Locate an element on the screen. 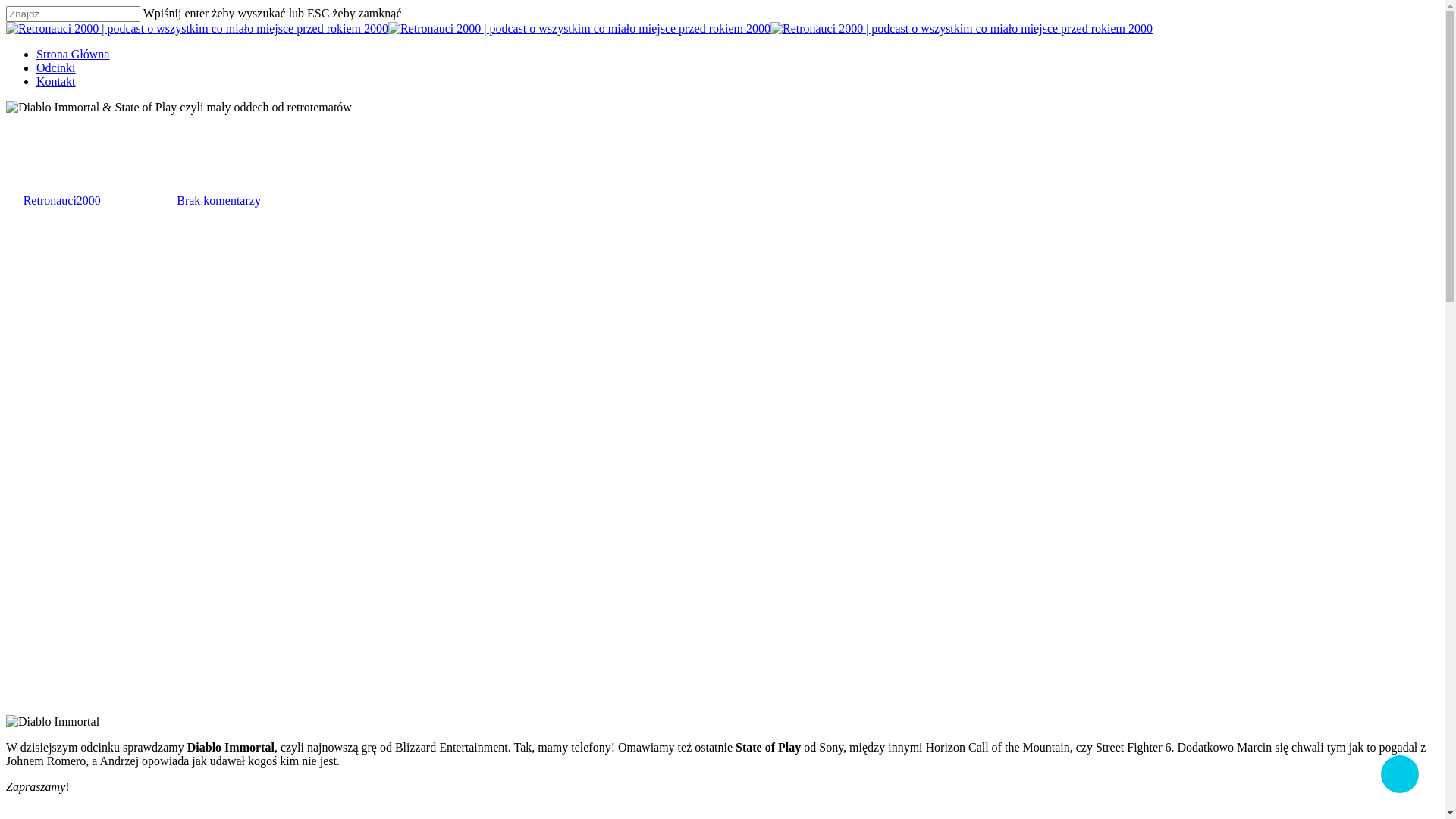 The image size is (1456, 819). 'Brak komentarzy' is located at coordinates (218, 199).